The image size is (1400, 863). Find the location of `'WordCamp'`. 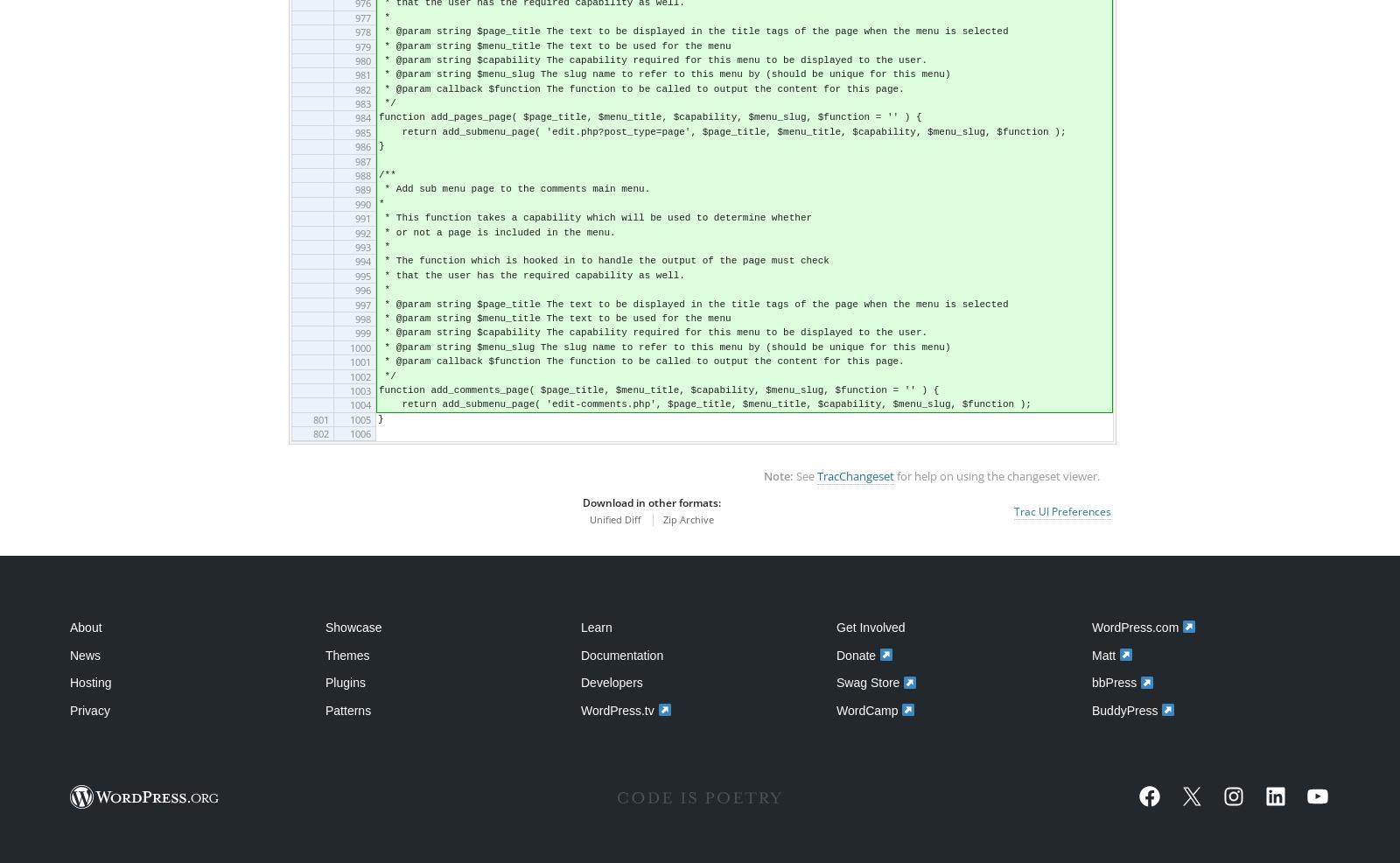

'WordCamp' is located at coordinates (867, 709).